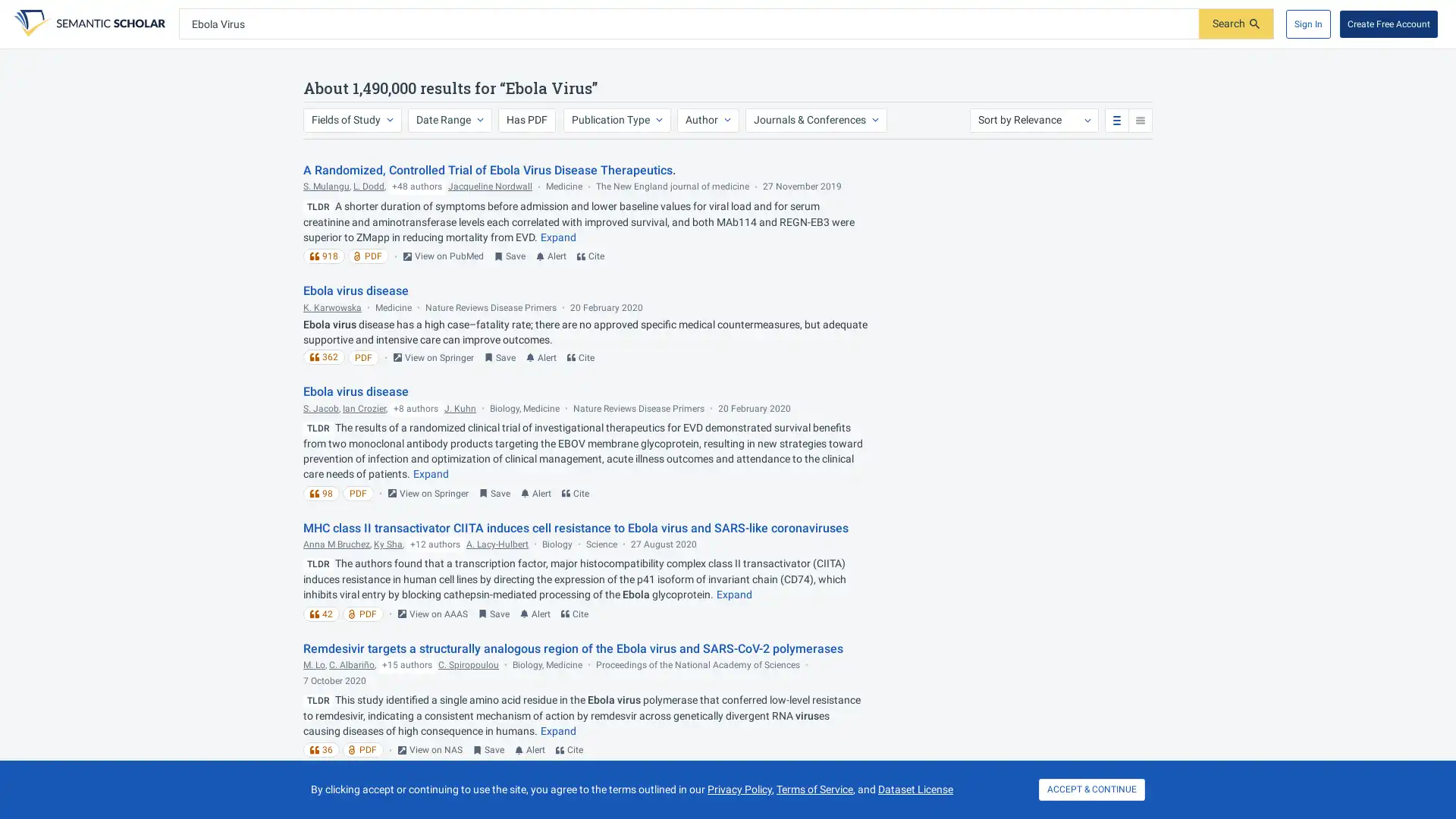  Describe the element at coordinates (557, 237) in the screenshot. I see `Expand truncated text` at that location.